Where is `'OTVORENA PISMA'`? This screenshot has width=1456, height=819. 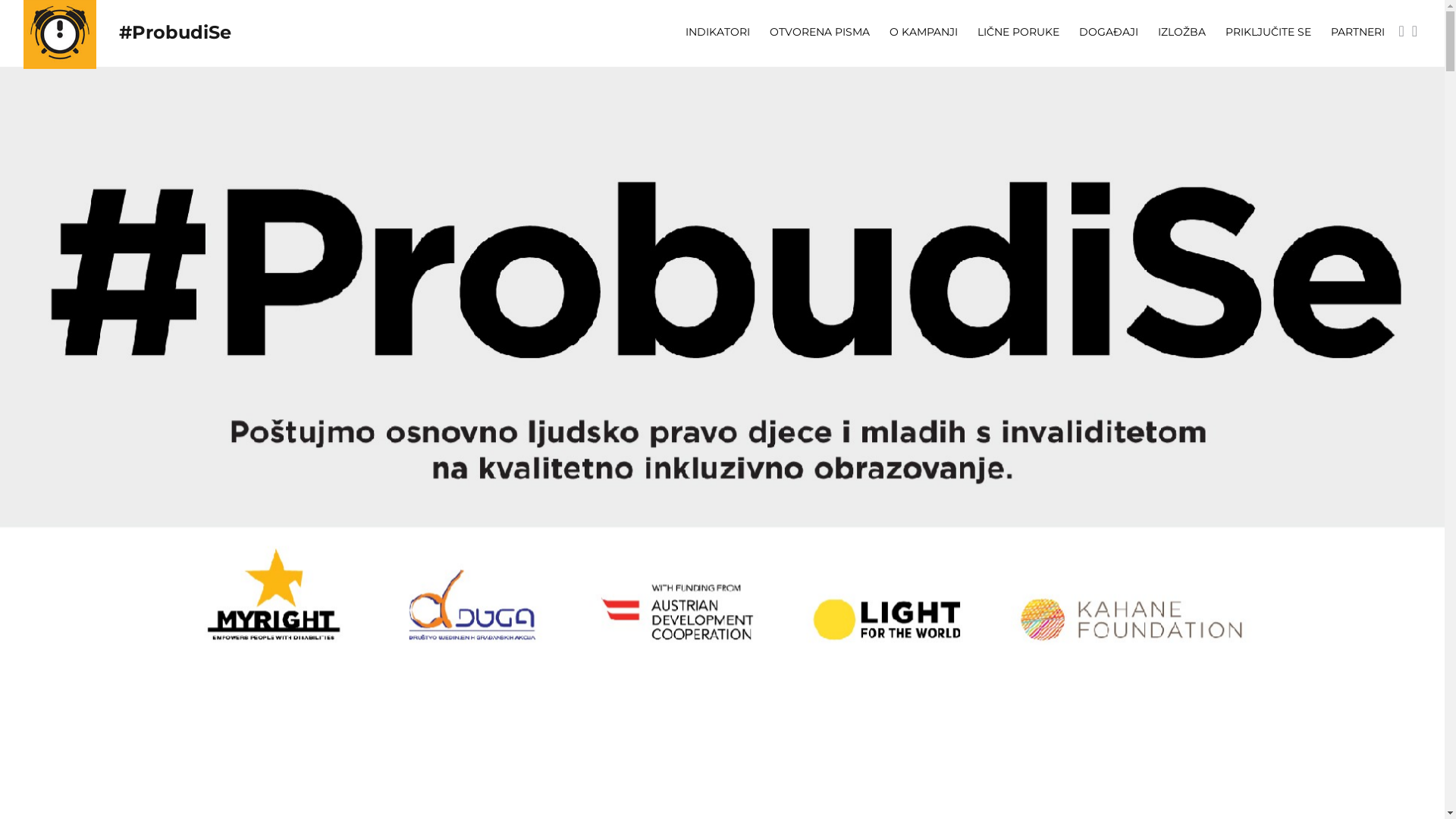
'OTVORENA PISMA' is located at coordinates (818, 32).